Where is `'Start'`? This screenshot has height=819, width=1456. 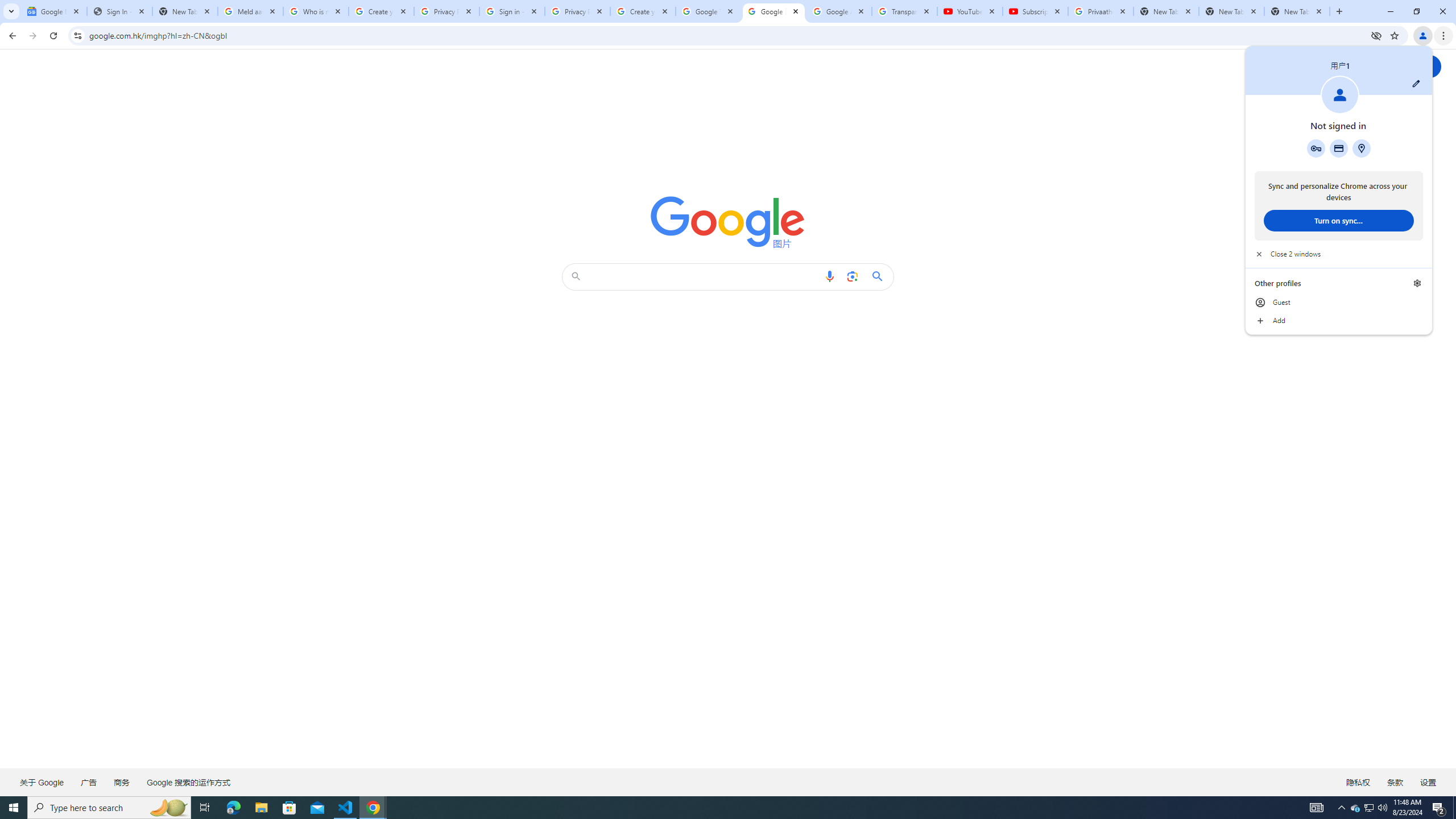 'Start' is located at coordinates (14, 806).